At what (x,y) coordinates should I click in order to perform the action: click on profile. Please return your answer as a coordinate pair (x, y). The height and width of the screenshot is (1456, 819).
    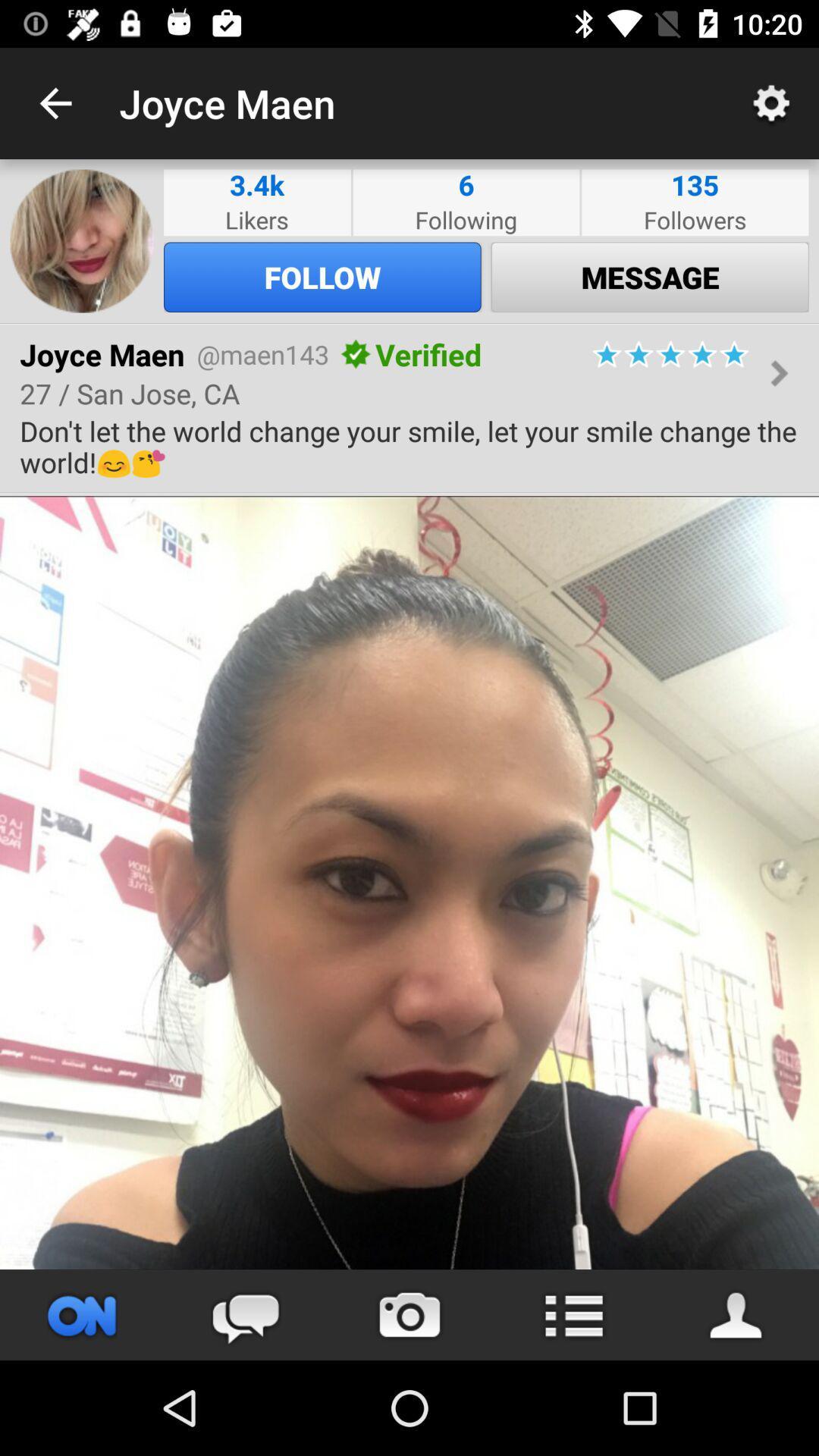
    Looking at the image, I should click on (736, 1314).